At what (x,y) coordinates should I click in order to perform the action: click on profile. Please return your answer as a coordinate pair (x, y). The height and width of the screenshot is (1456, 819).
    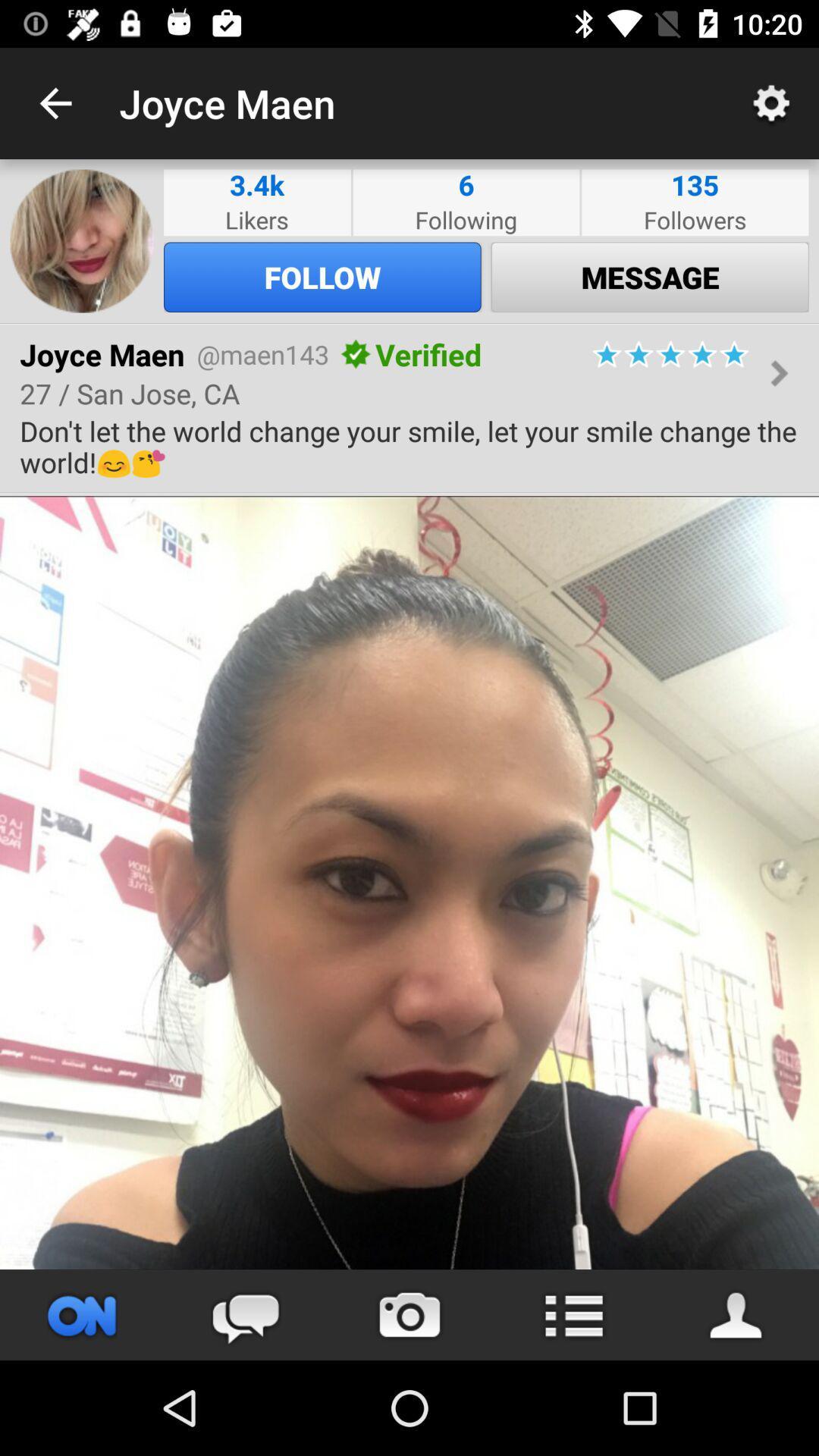
    Looking at the image, I should click on (736, 1314).